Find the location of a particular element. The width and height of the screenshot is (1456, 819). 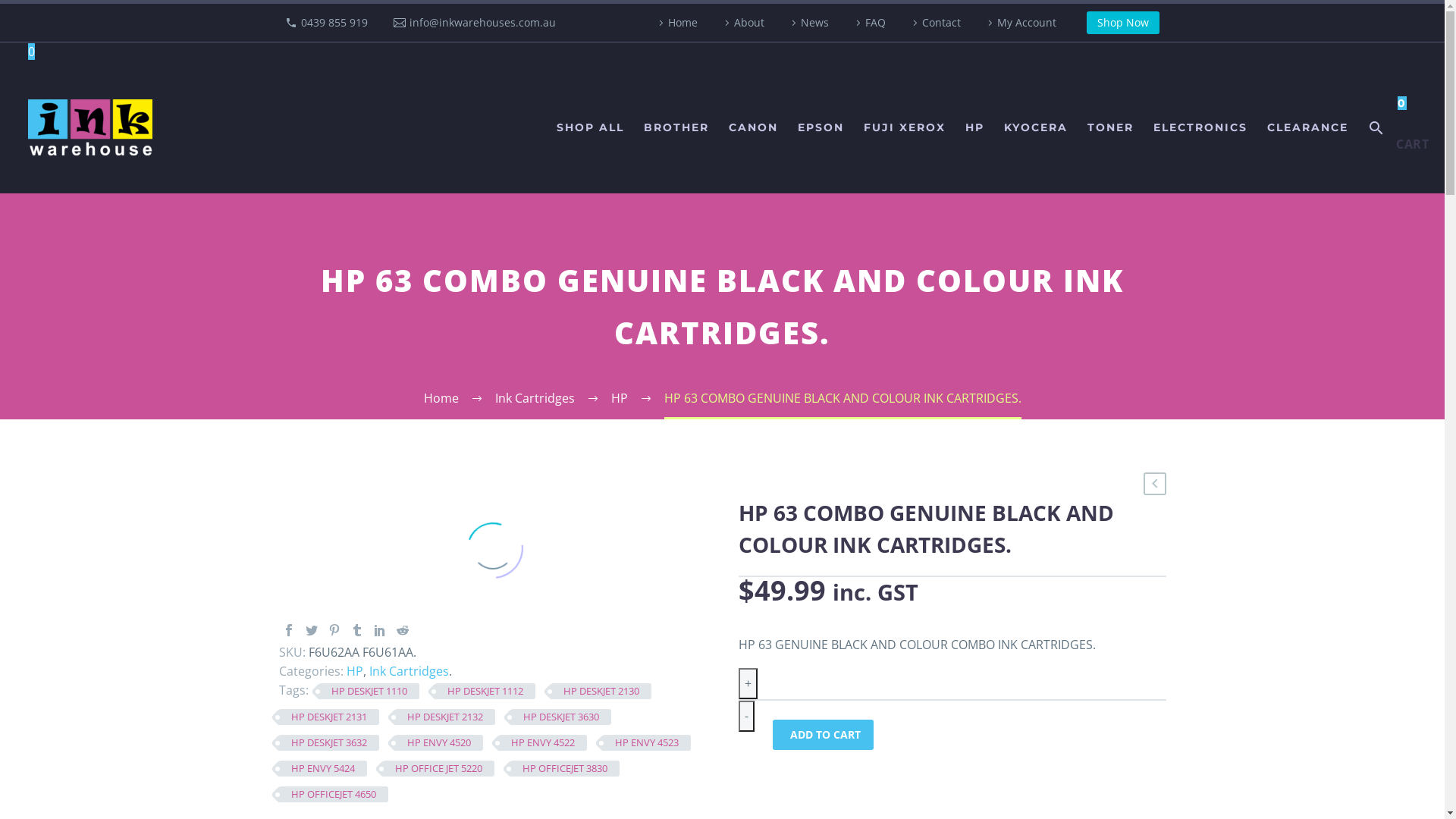

'HP ENVY 5424' is located at coordinates (322, 768).